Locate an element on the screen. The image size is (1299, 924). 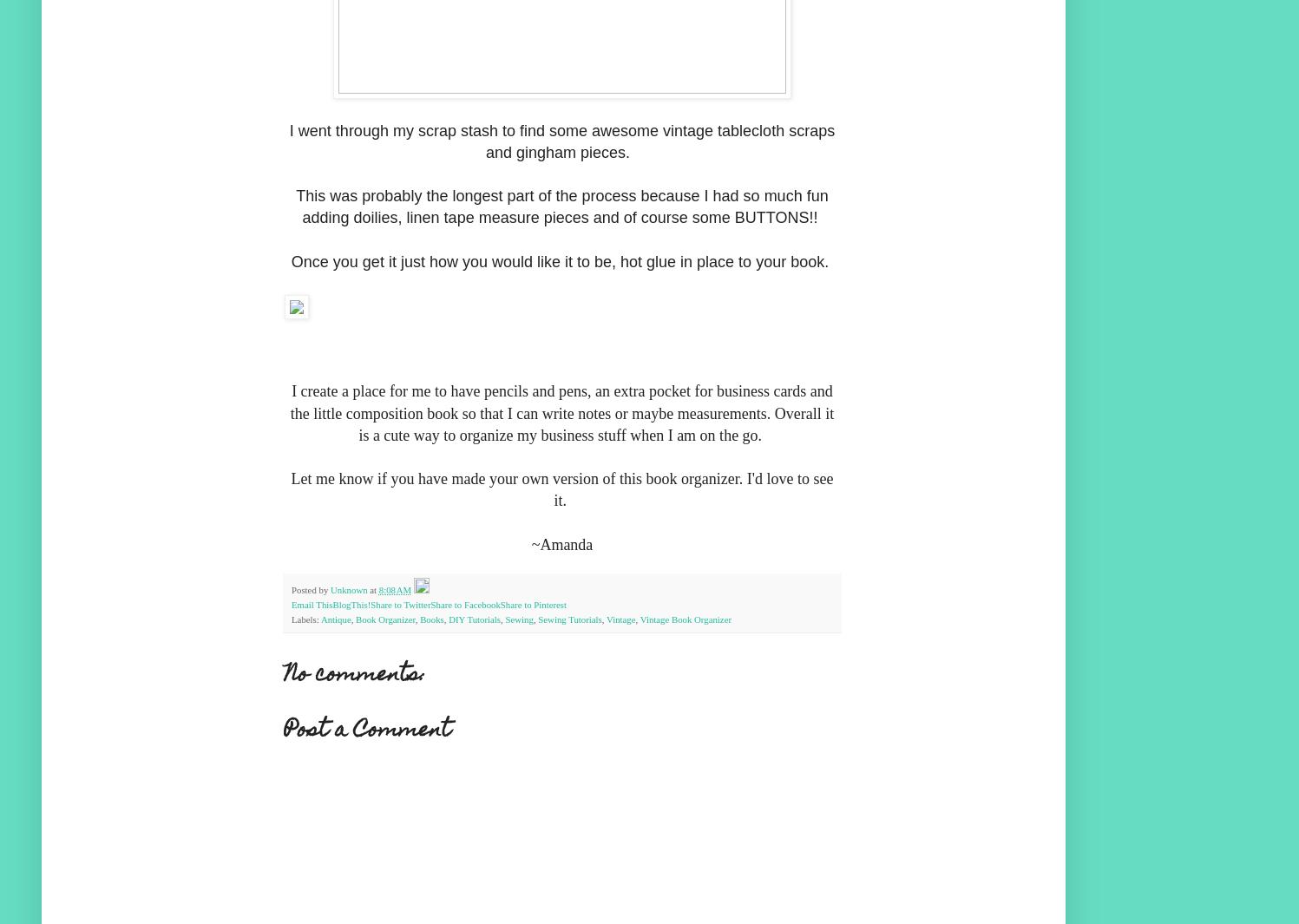
'Posted by' is located at coordinates (310, 589).